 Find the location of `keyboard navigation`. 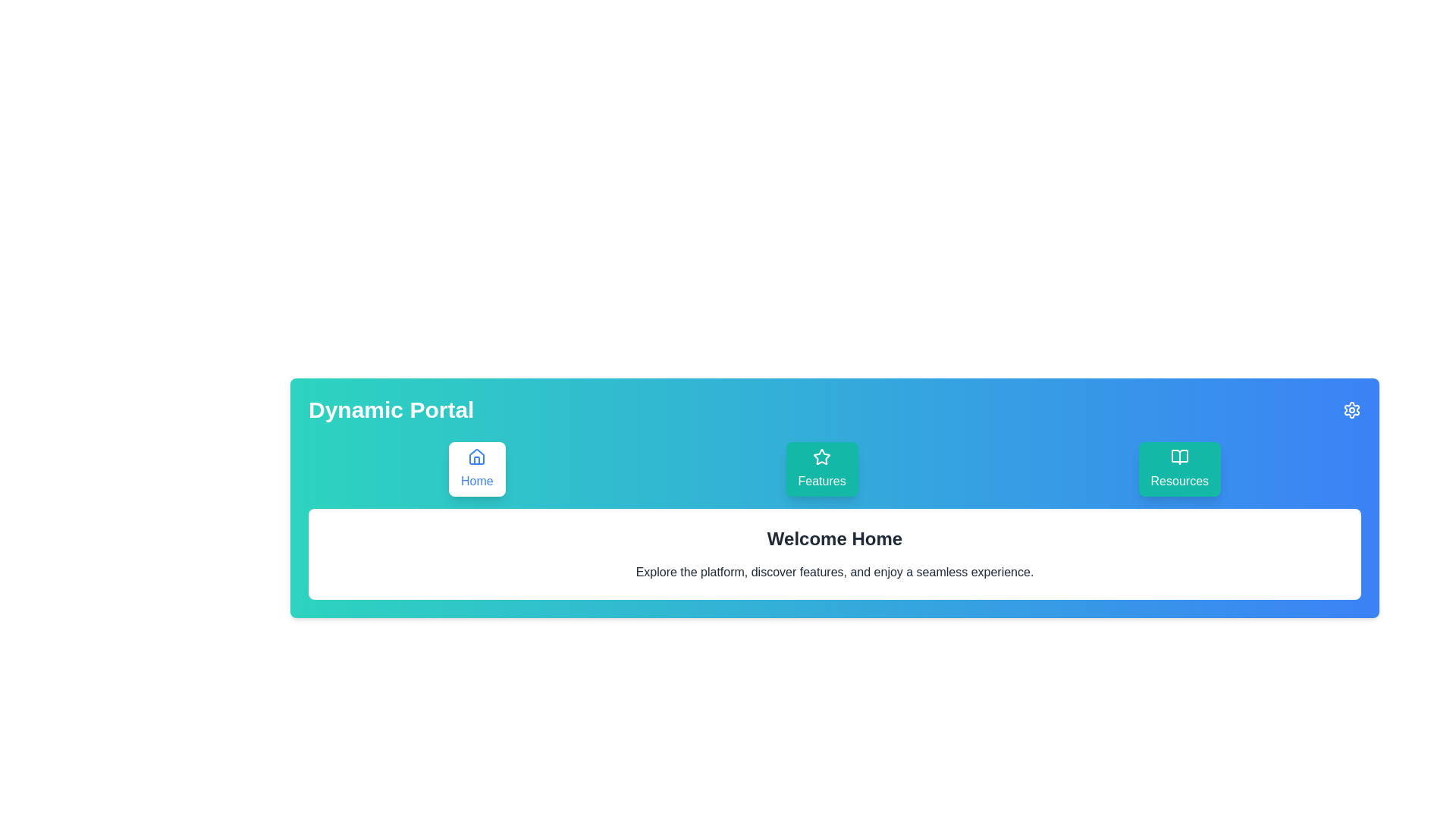

keyboard navigation is located at coordinates (1351, 409).